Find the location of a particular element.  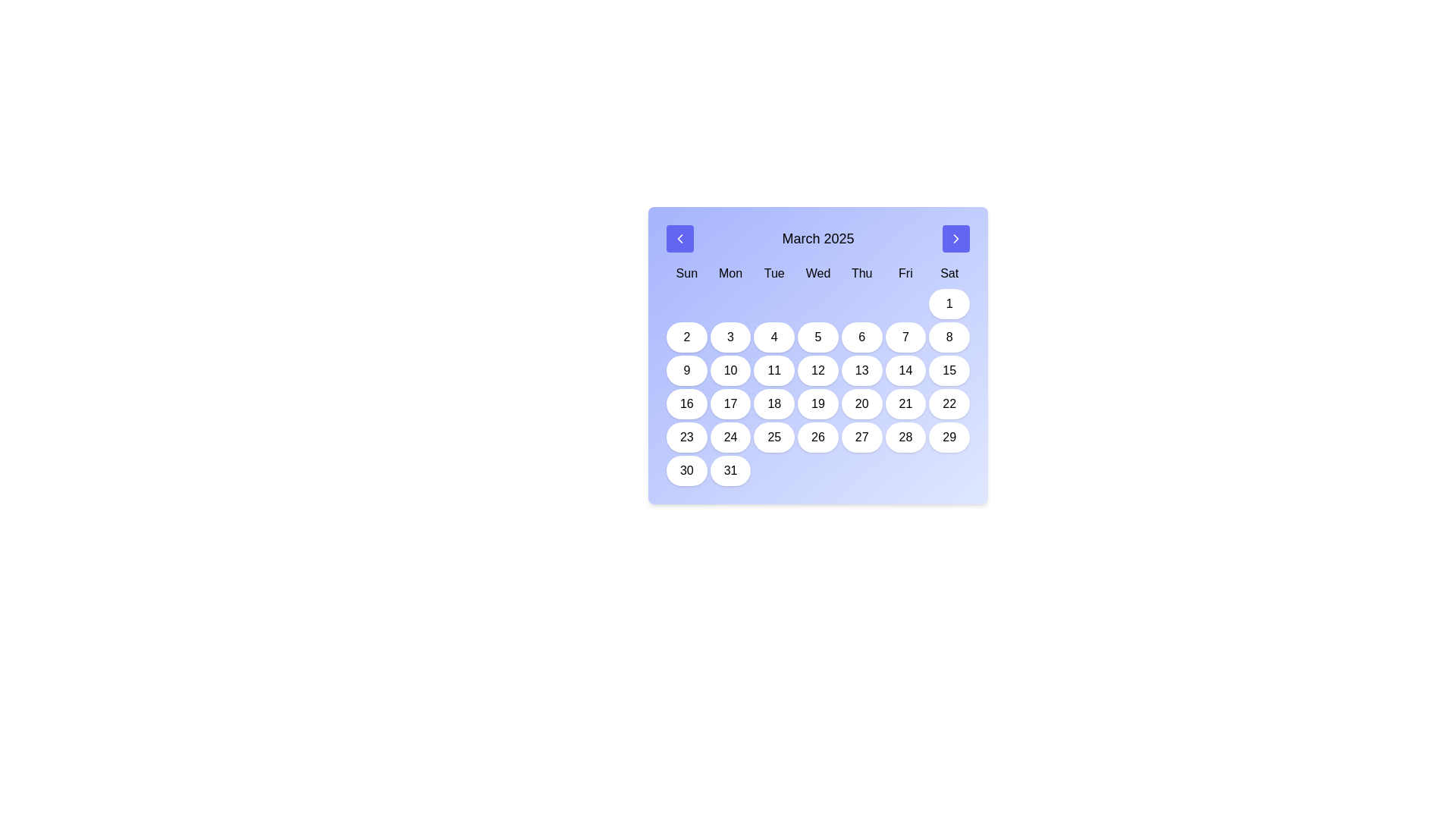

the clickable date button for the 16th day of March 2025, located is located at coordinates (686, 403).